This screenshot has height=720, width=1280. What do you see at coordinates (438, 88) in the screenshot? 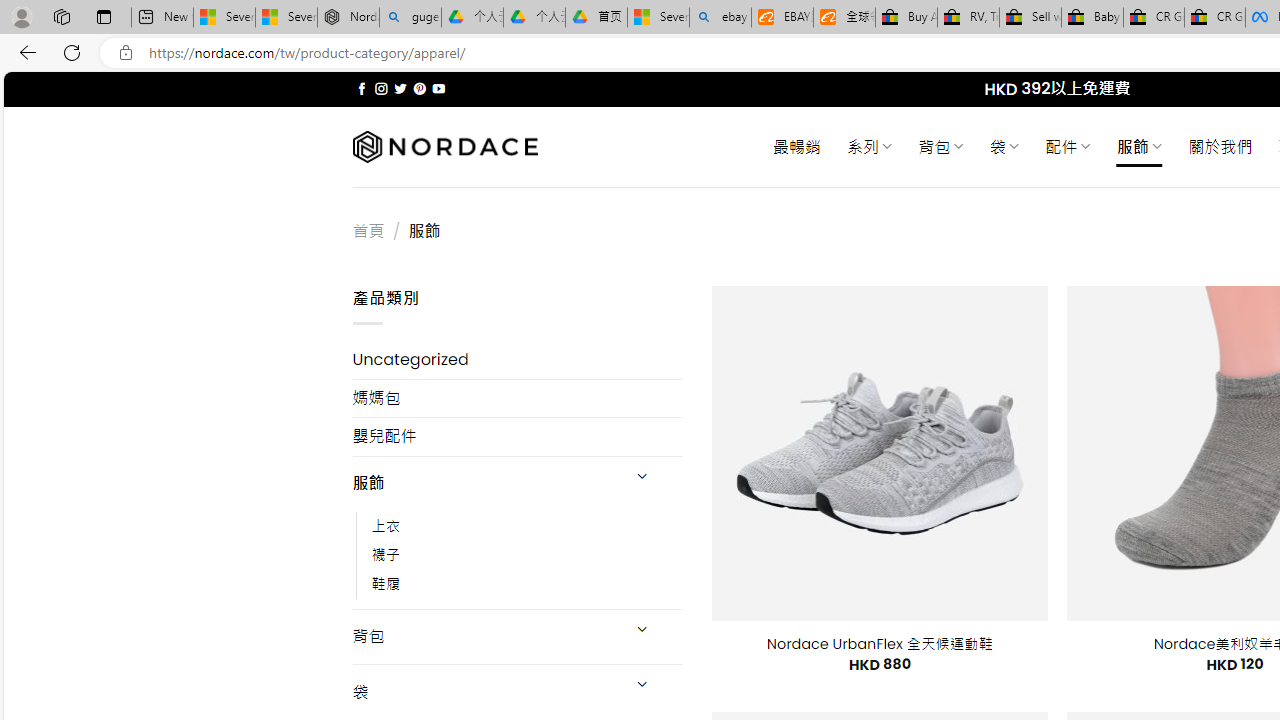
I see `'Follow on YouTube'` at bounding box center [438, 88].